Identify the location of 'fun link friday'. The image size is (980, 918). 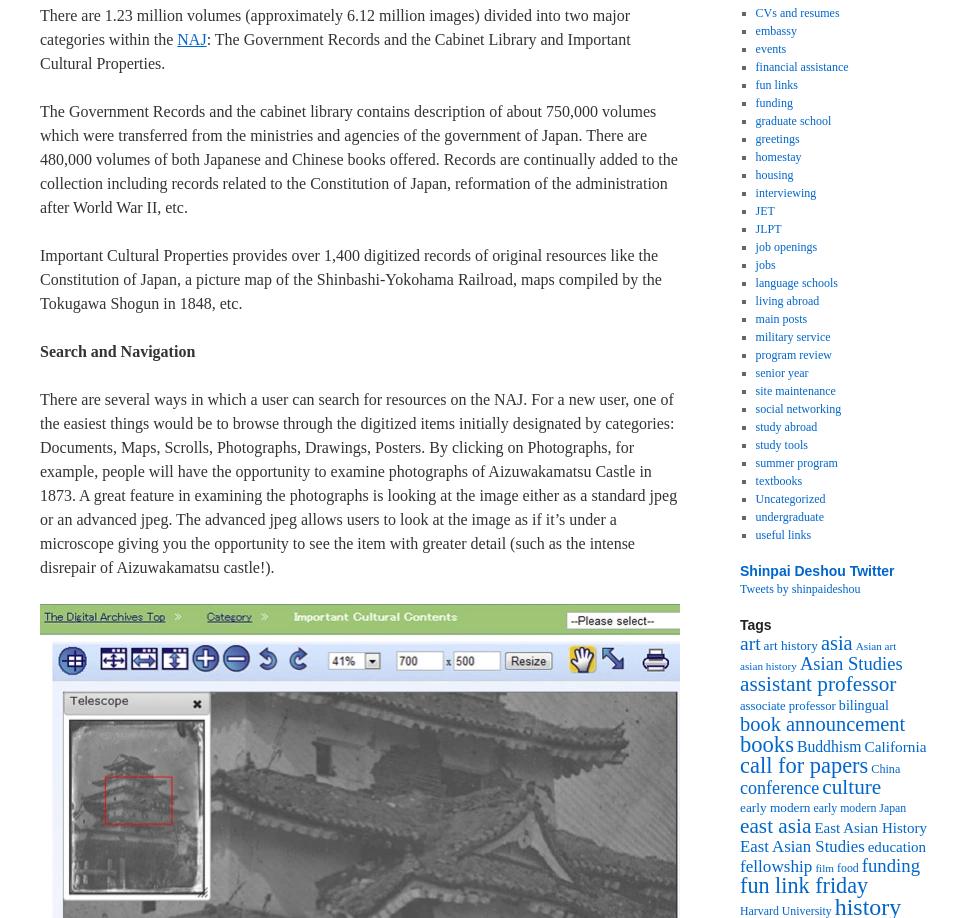
(803, 884).